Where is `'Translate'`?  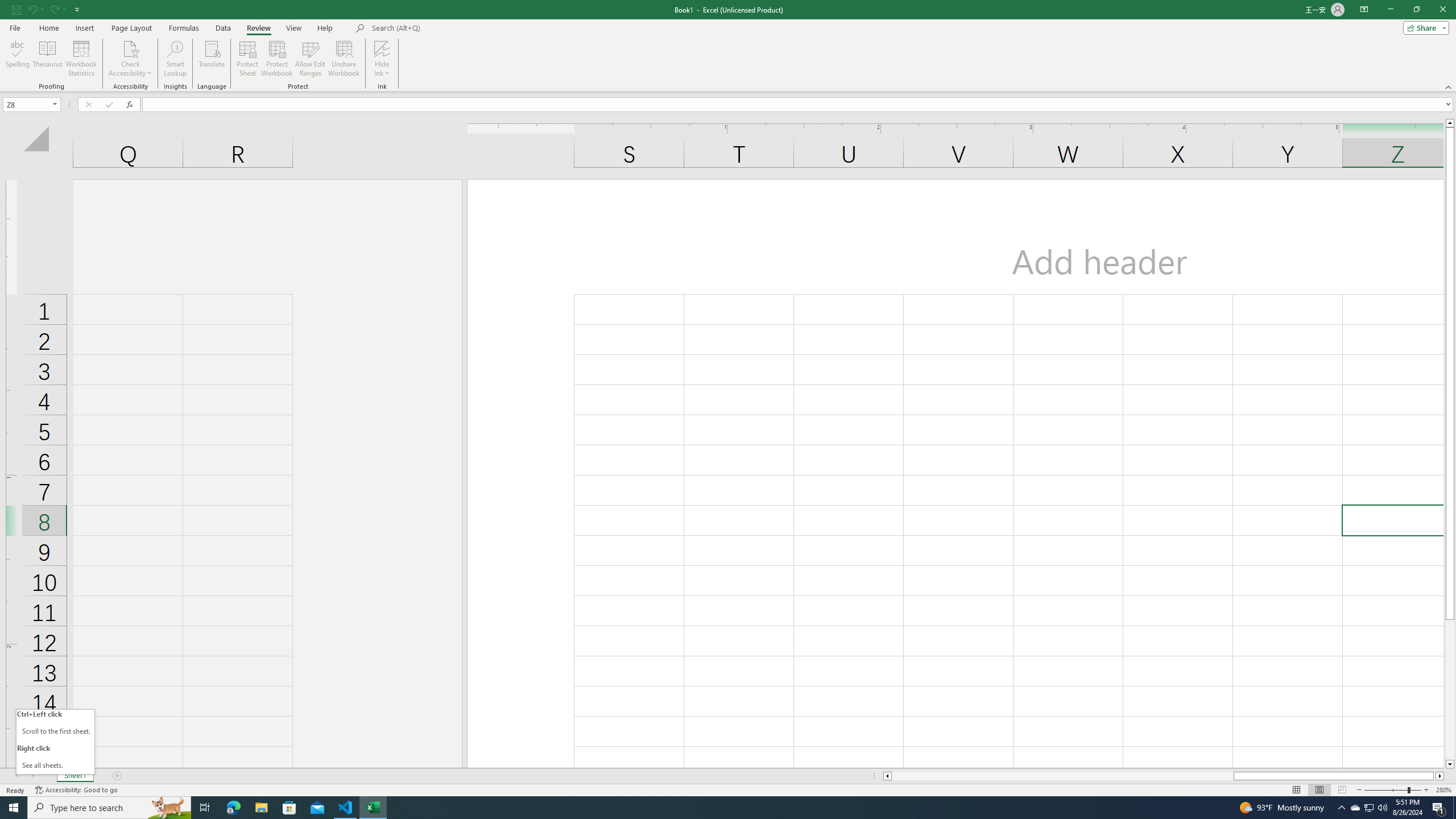 'Translate' is located at coordinates (211, 59).